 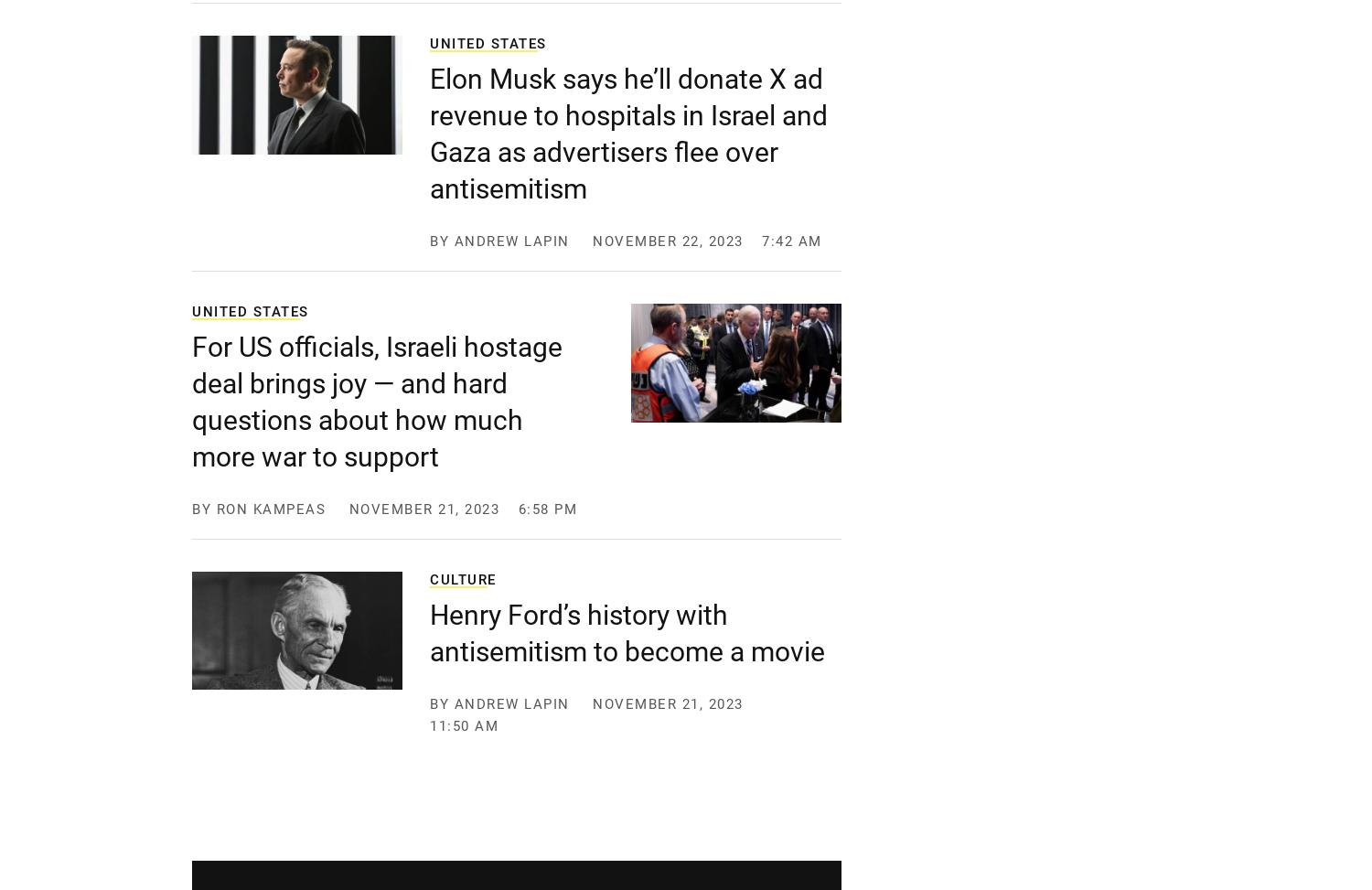 I want to click on 'November 22, 2023', so click(x=667, y=240).